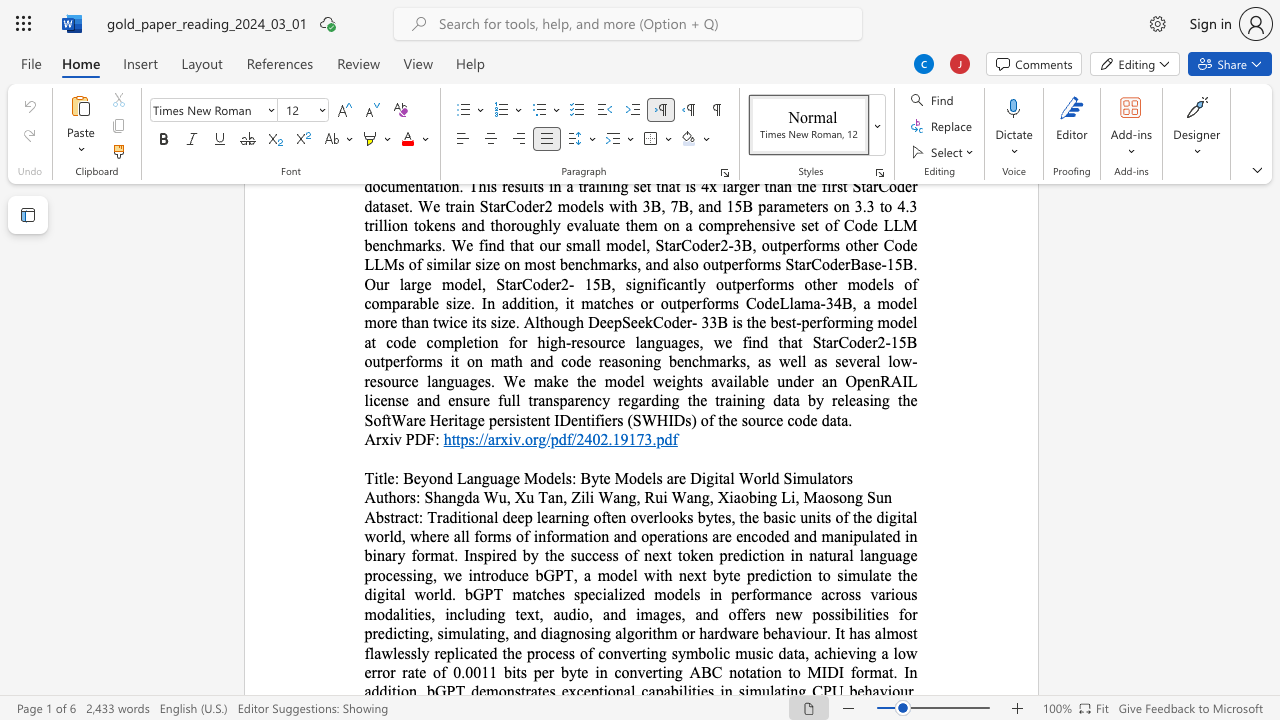 This screenshot has height=720, width=1280. Describe the element at coordinates (392, 516) in the screenshot. I see `the 1th character "t" in the text` at that location.